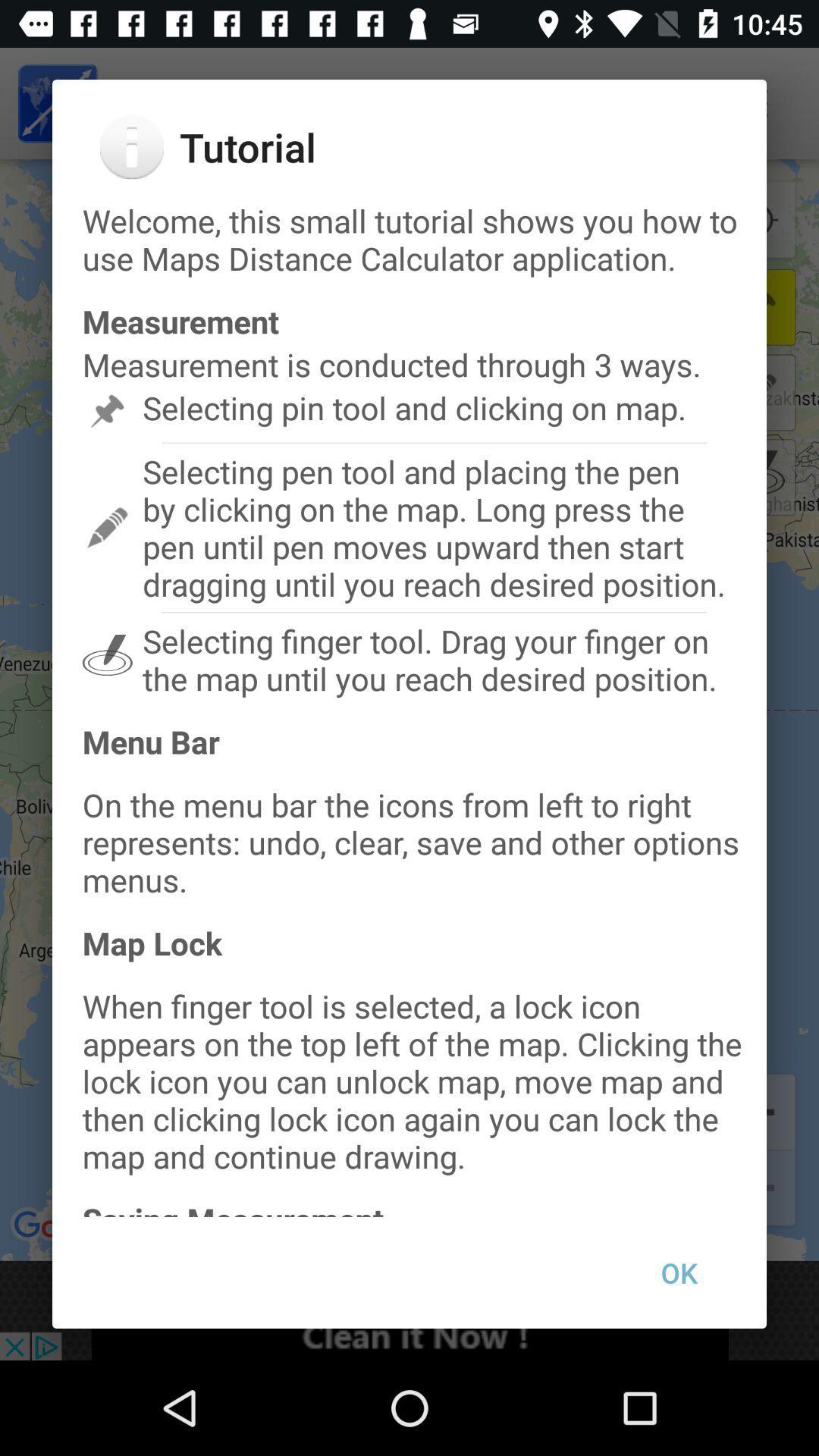 The image size is (819, 1456). What do you see at coordinates (678, 1272) in the screenshot?
I see `the ok item` at bounding box center [678, 1272].